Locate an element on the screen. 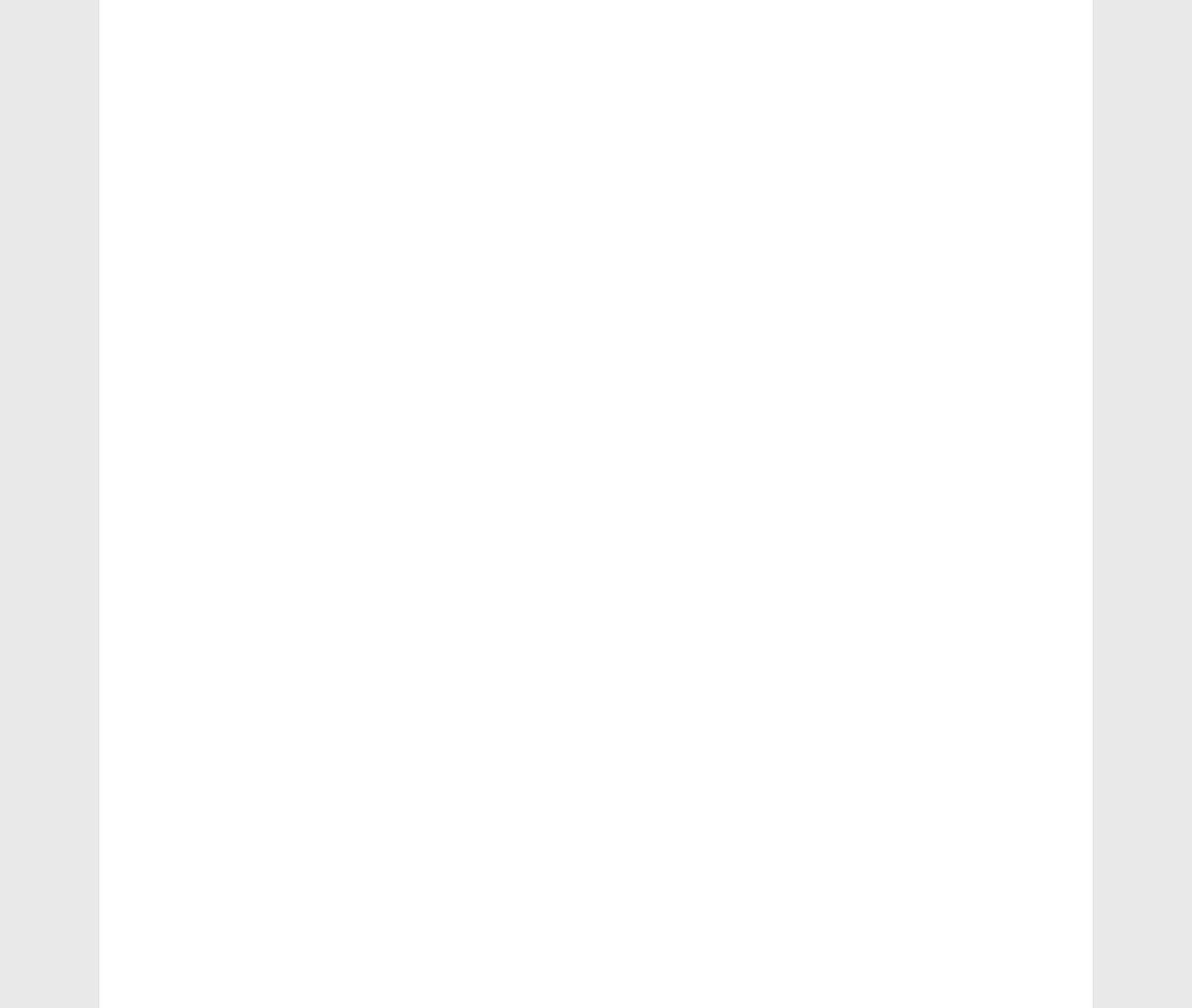 This screenshot has width=1192, height=1008. 'Nepal' is located at coordinates (876, 33).